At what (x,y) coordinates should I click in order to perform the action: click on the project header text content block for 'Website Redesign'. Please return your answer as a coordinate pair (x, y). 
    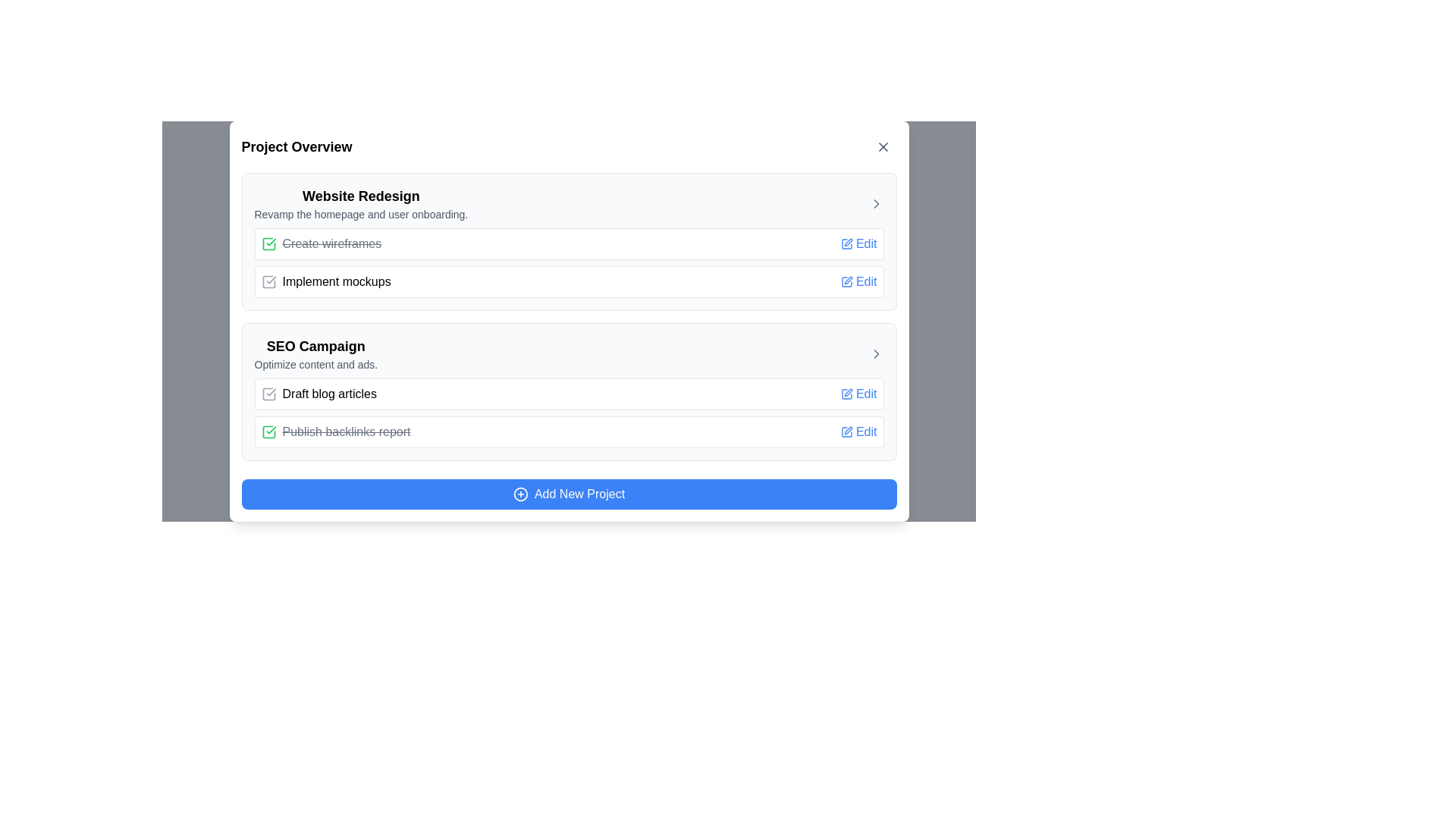
    Looking at the image, I should click on (360, 203).